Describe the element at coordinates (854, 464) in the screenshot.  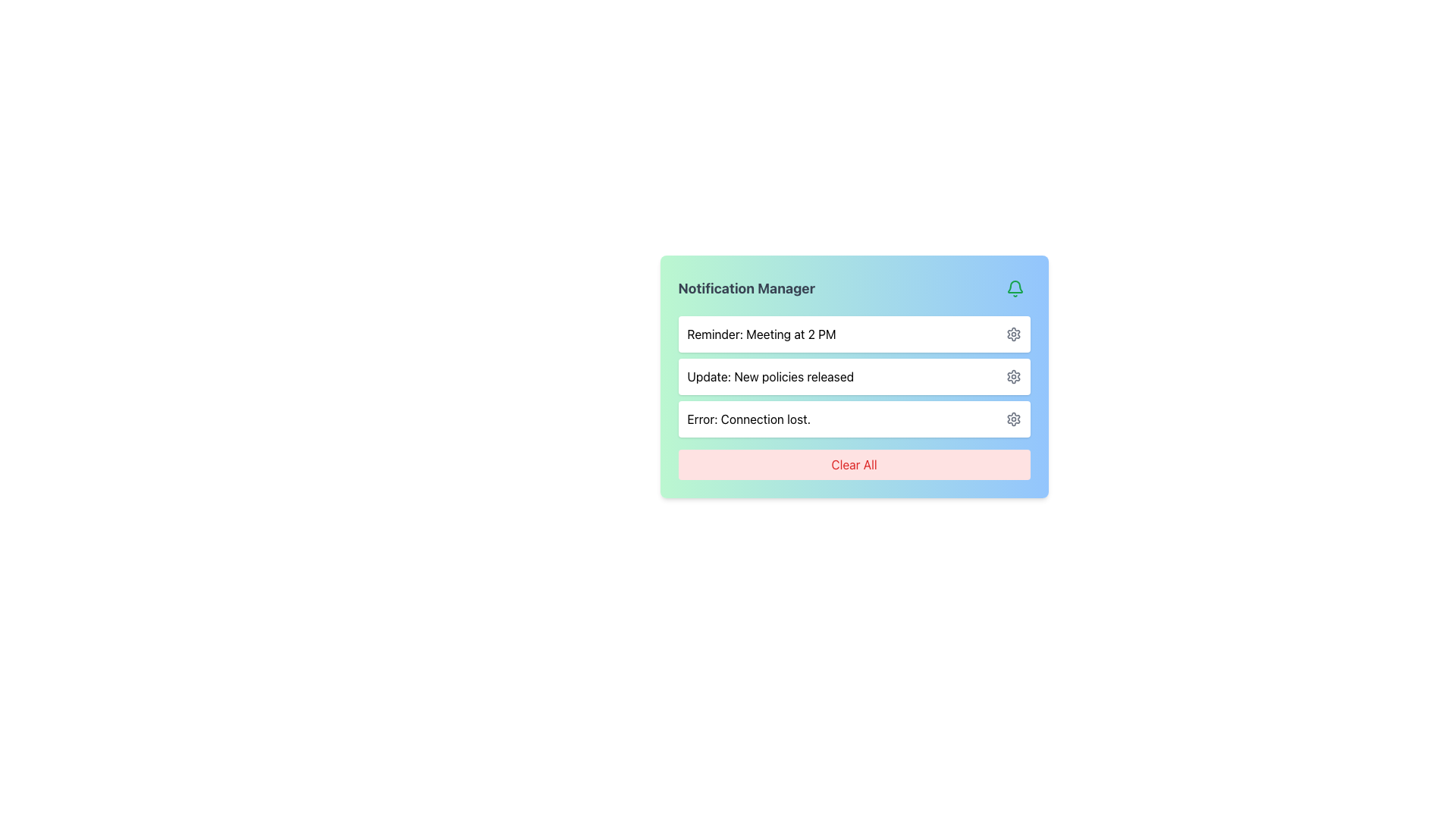
I see `the clear notifications button located at the bottom of the notification panel to observe its hover effects` at that location.